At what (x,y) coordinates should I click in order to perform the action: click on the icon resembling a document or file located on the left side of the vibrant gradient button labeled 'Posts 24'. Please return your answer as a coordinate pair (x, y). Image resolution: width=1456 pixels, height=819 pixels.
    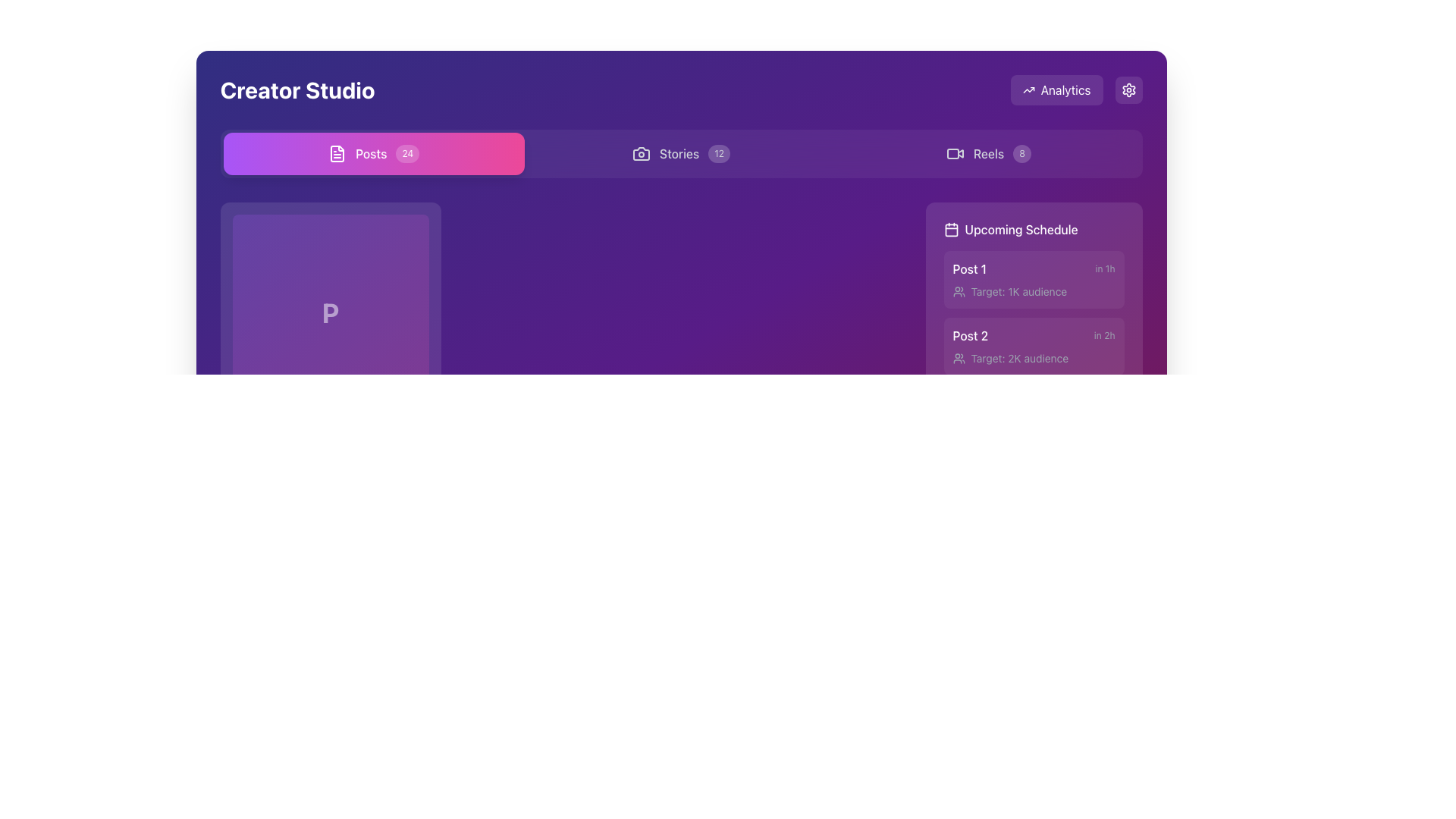
    Looking at the image, I should click on (337, 154).